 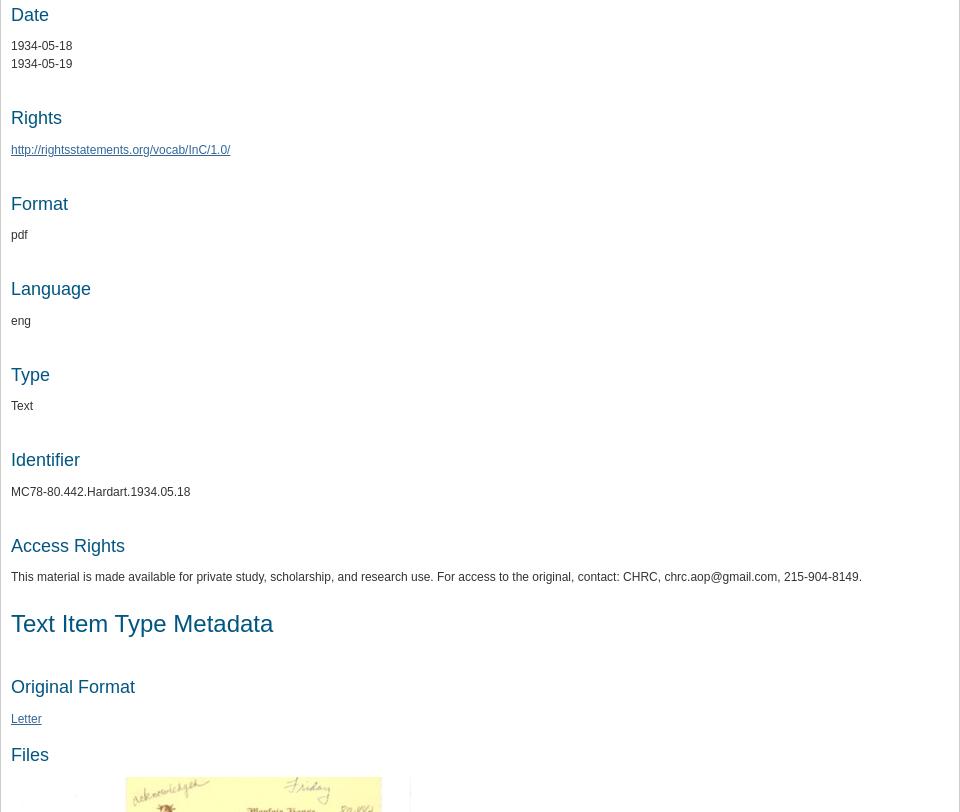 I want to click on 'Type', so click(x=29, y=374).